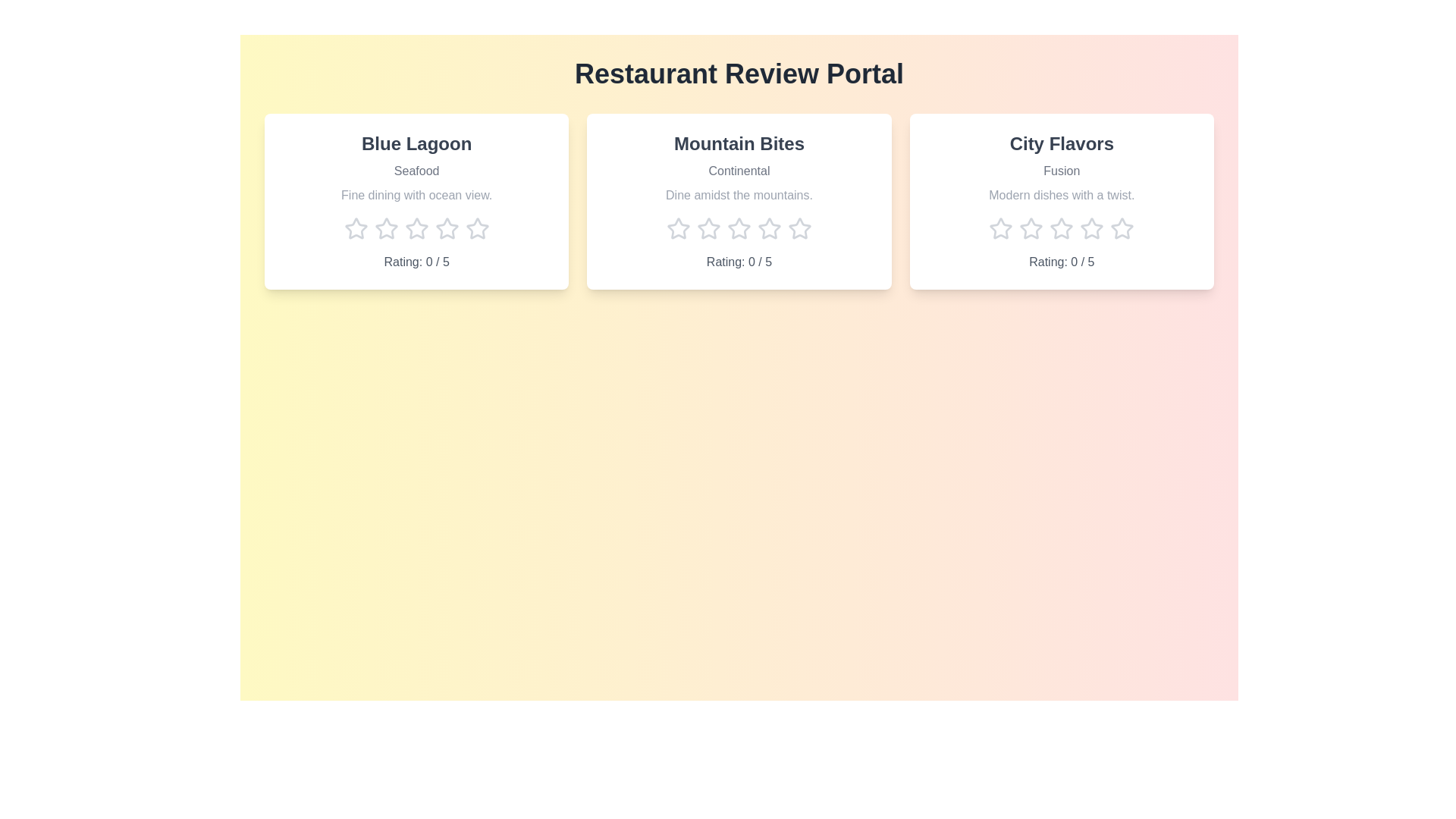 Image resolution: width=1456 pixels, height=819 pixels. What do you see at coordinates (386, 228) in the screenshot?
I see `the star corresponding to 2 stars for the 'Blue Lagoon' restaurant` at bounding box center [386, 228].